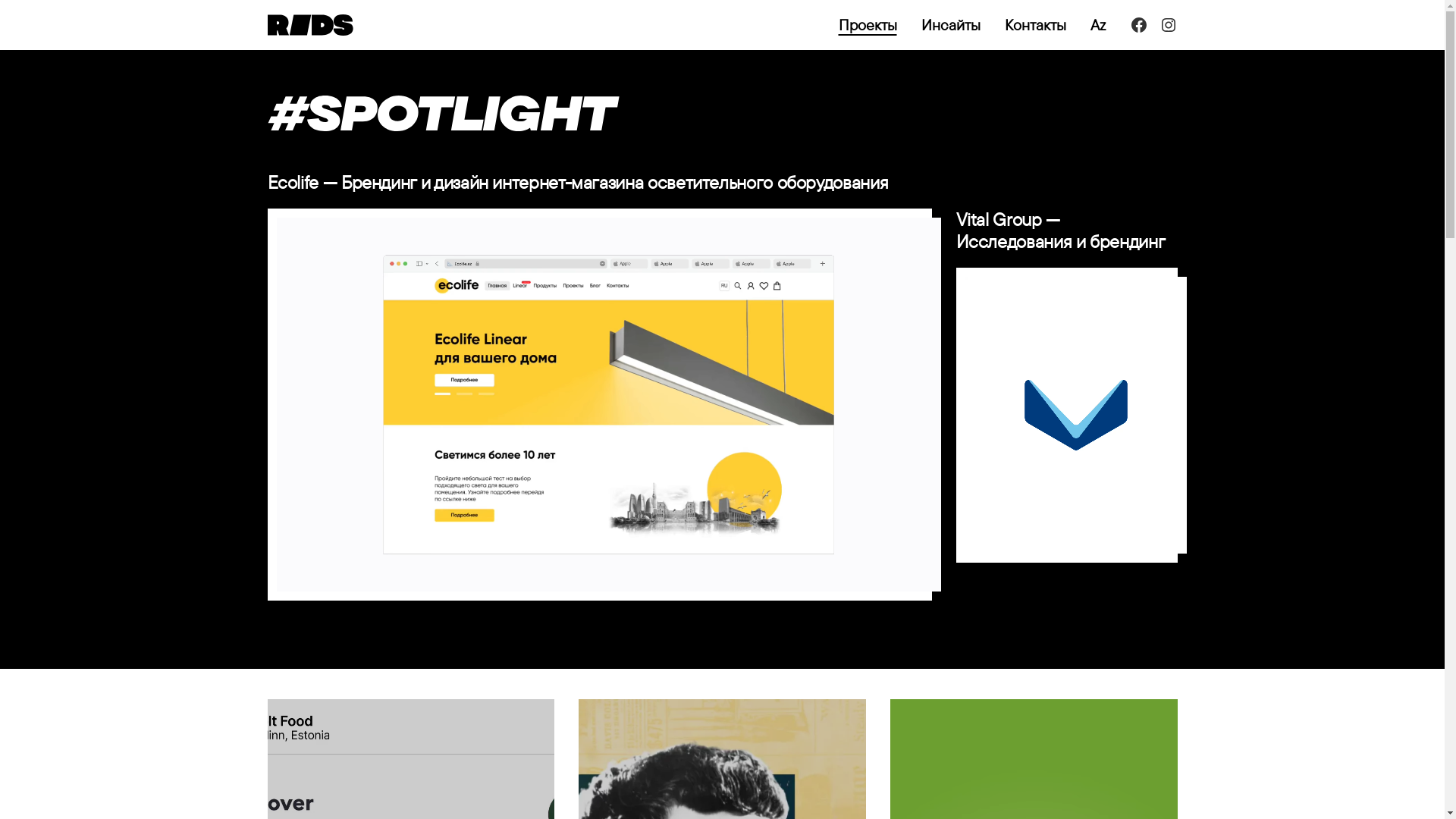 This screenshot has width=1456, height=819. I want to click on 'Facebook', so click(1139, 25).